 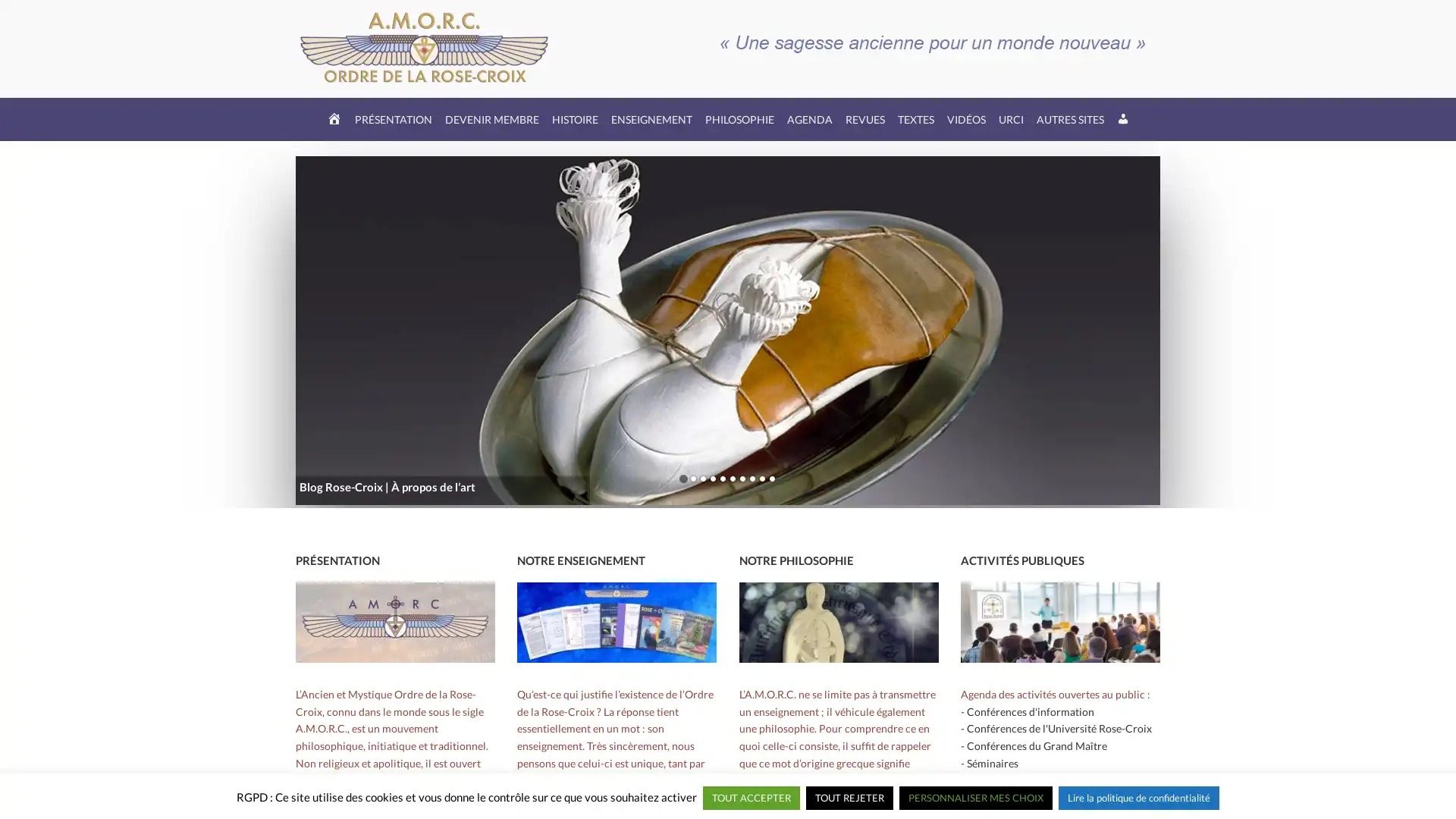 I want to click on TOUT ACCEPTER, so click(x=751, y=797).